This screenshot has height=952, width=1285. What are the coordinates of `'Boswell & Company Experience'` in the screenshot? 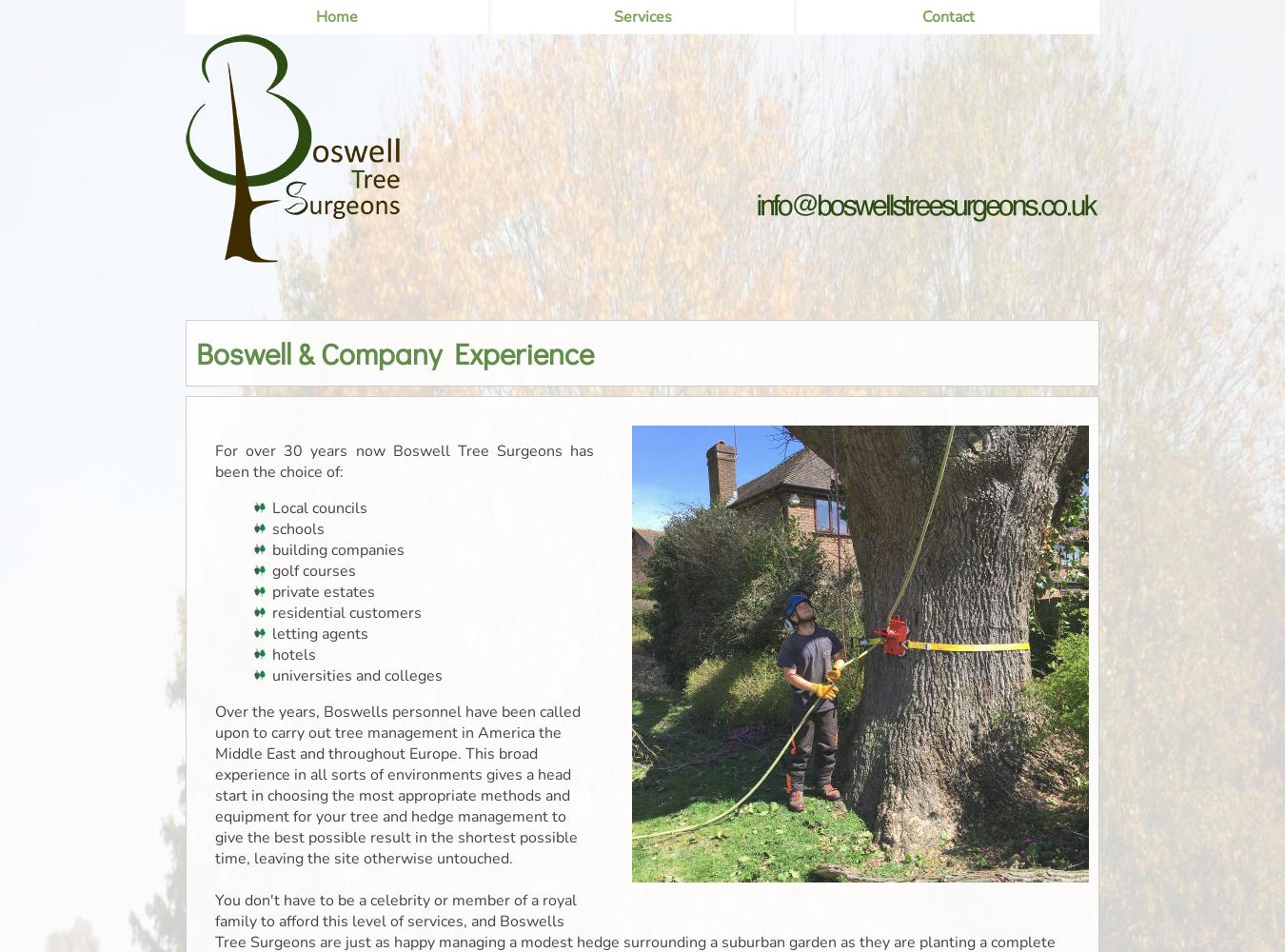 It's located at (196, 351).